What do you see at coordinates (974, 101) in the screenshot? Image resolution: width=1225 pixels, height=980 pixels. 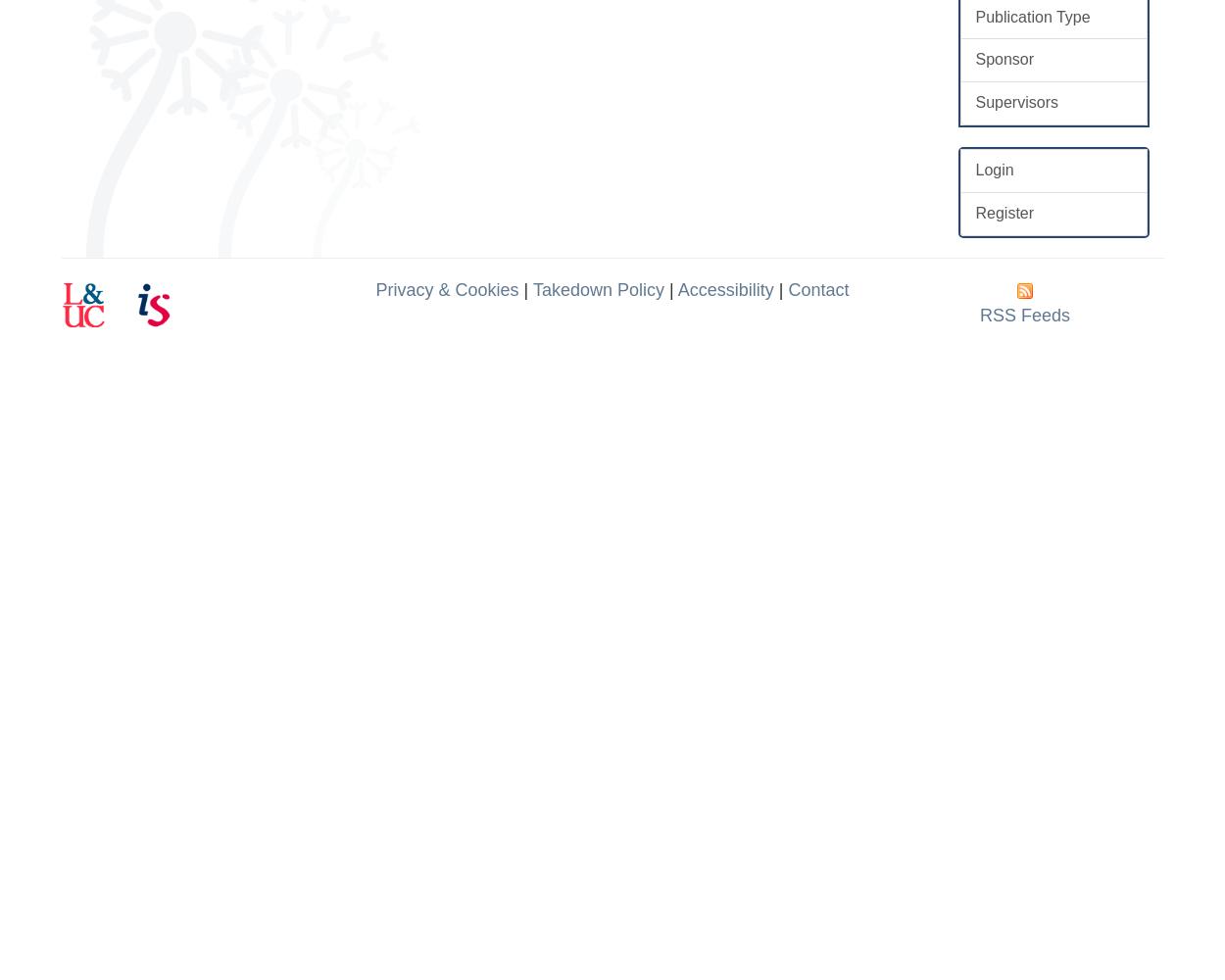 I see `'Supervisors'` at bounding box center [974, 101].